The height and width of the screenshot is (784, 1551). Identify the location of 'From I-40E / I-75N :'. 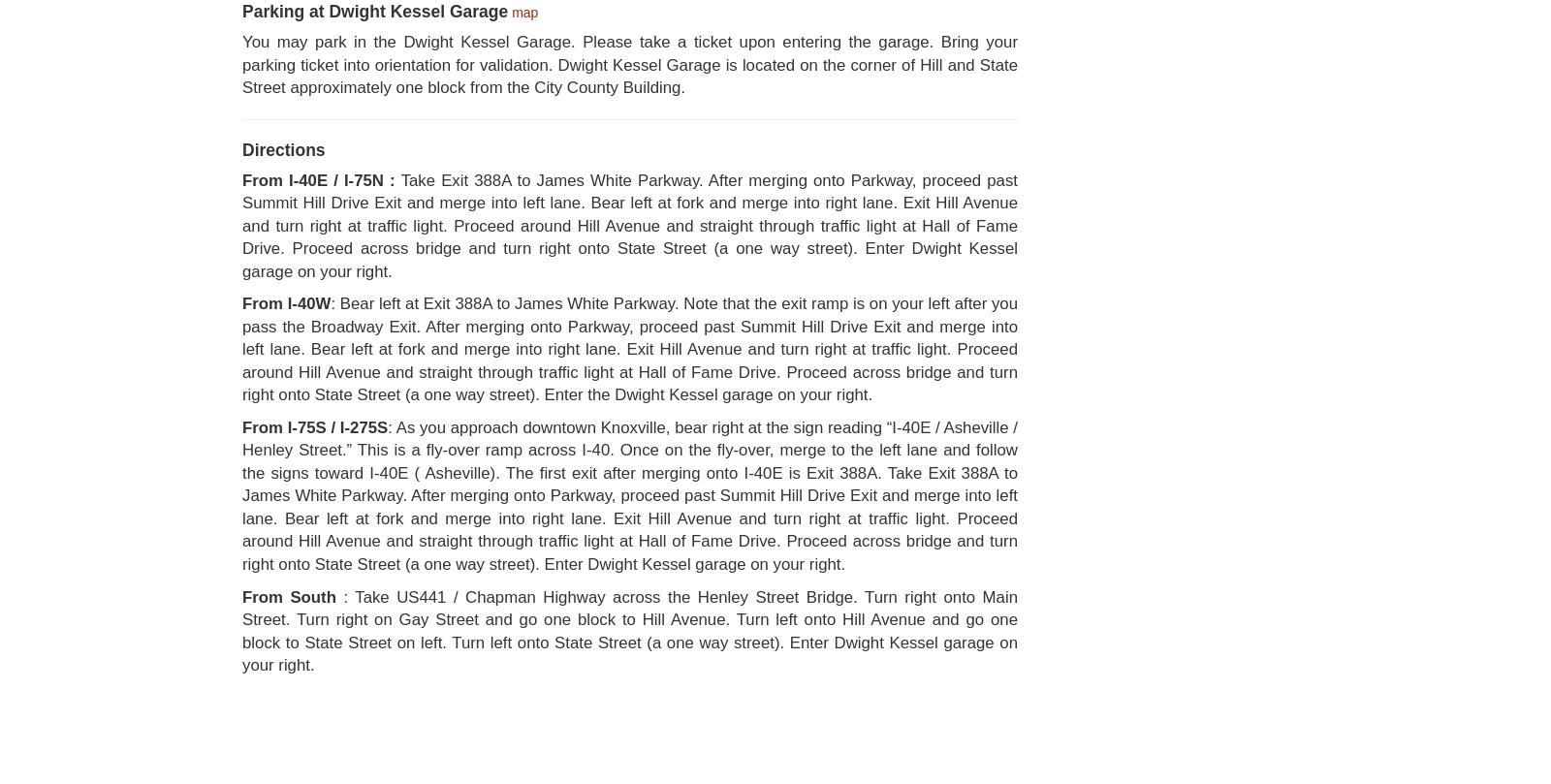
(241, 178).